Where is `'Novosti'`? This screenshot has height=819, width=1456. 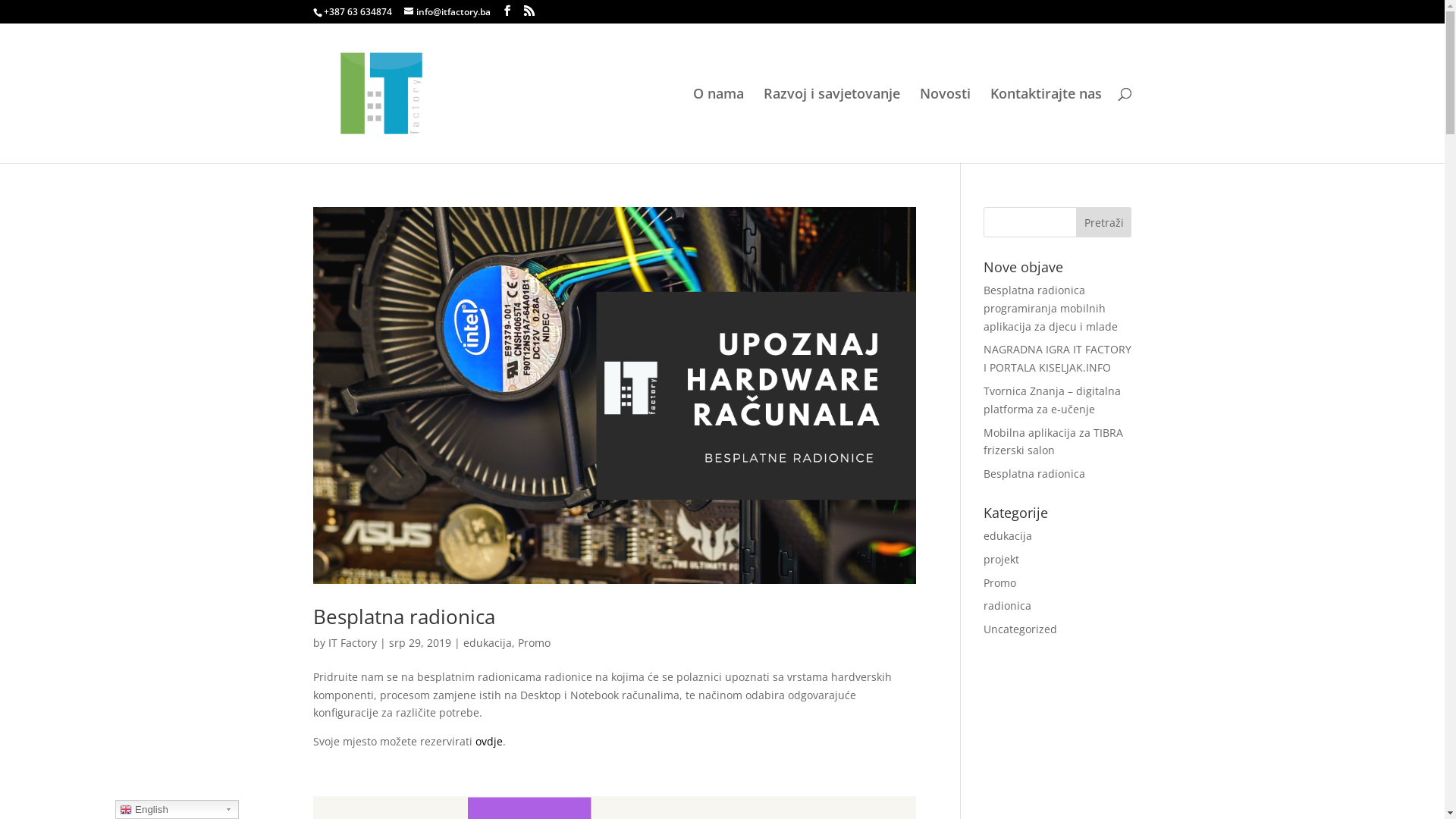 'Novosti' is located at coordinates (943, 124).